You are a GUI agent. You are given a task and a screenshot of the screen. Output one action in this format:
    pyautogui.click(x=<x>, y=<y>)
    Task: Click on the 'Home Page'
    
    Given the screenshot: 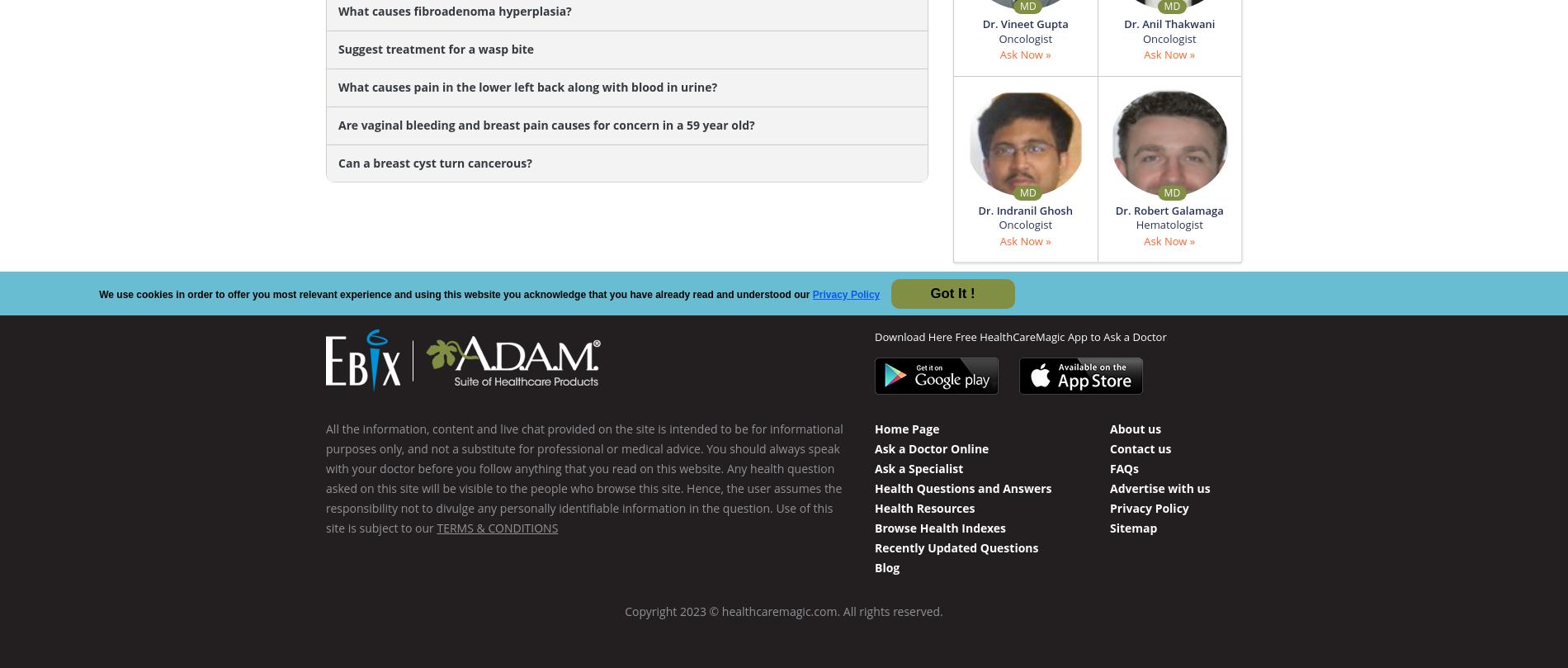 What is the action you would take?
    pyautogui.click(x=906, y=427)
    